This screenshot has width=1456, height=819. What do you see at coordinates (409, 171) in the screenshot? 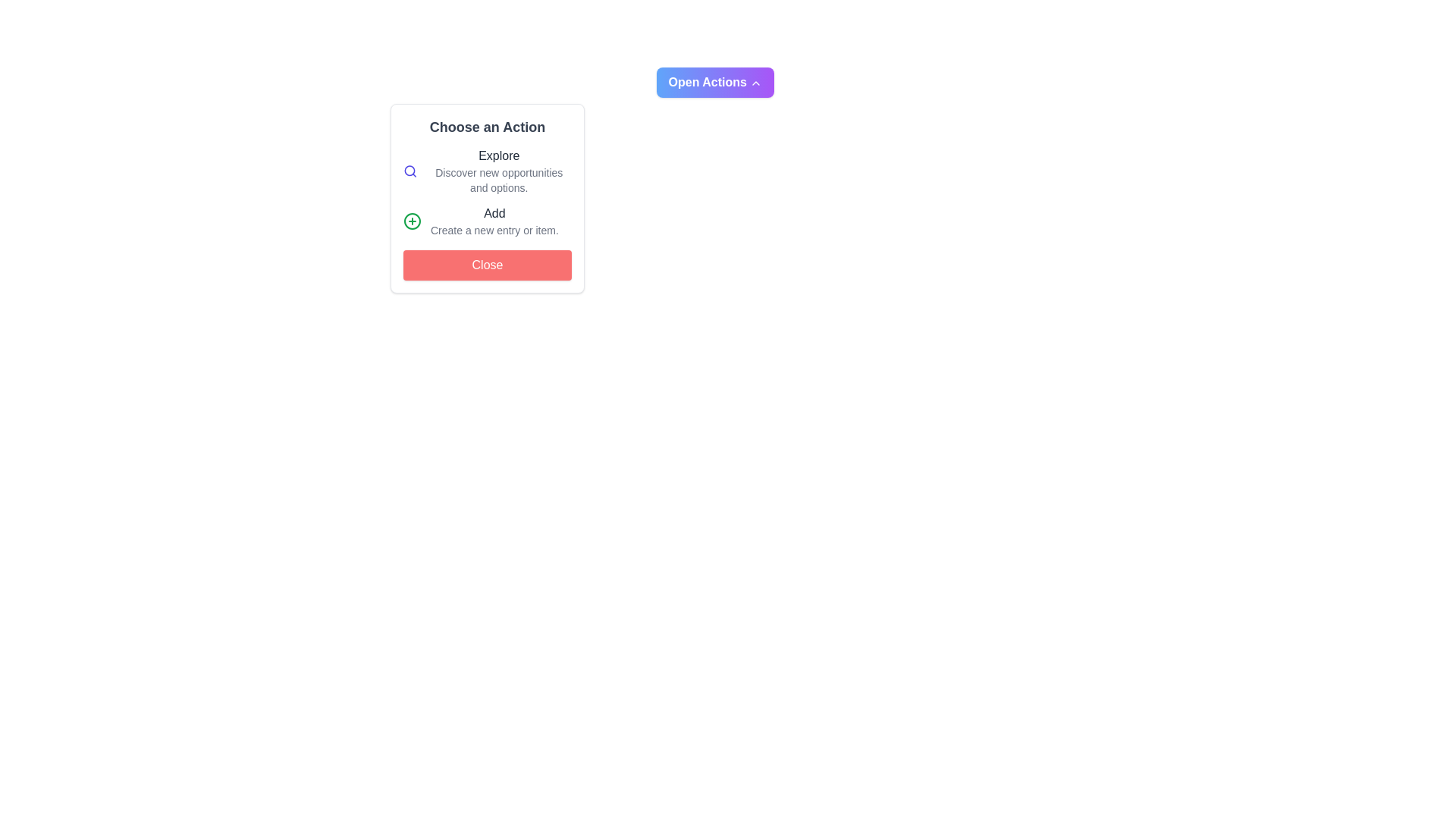
I see `the circular shape within the search icon, which is located in the upper right area of the UI, near the 'Open Actions' button` at bounding box center [409, 171].